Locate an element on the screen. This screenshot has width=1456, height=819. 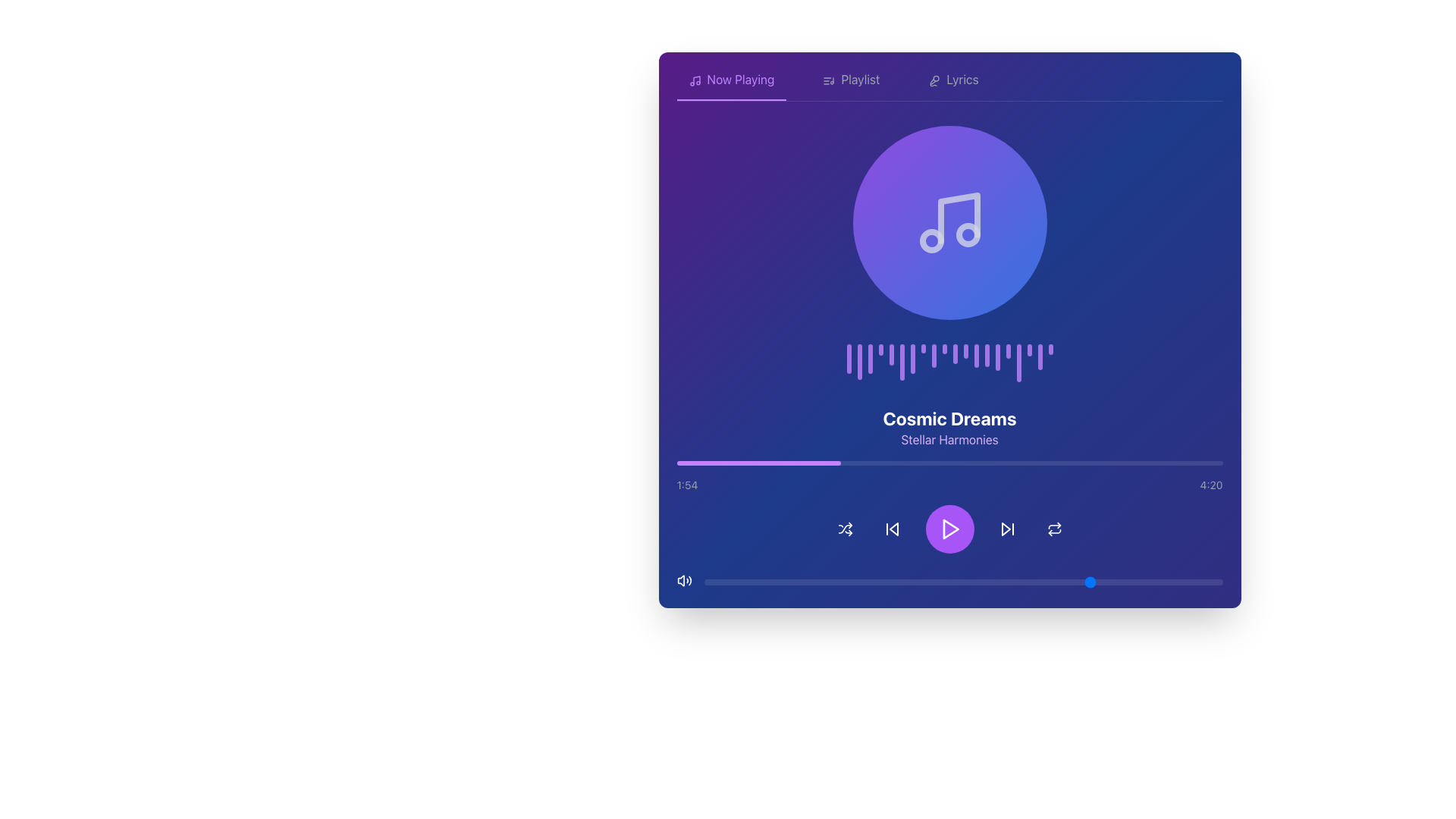
the eighth vertical purple bar in the waveform display, positioned below a musical note icon and above the text 'Cosmic Dreams' and 'Stellar Harmonies' is located at coordinates (922, 348).